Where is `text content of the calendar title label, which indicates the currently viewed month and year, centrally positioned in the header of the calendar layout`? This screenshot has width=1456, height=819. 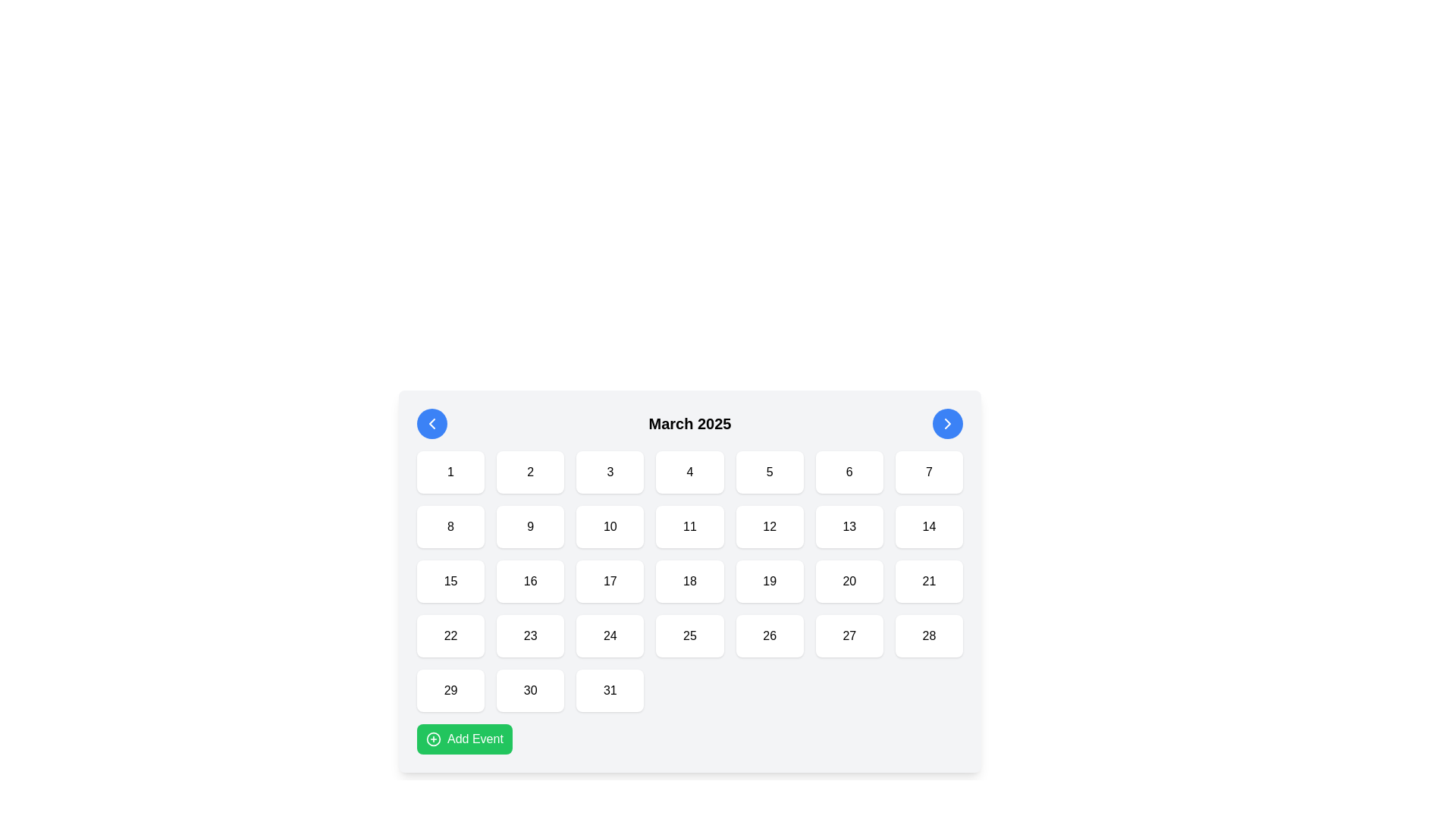
text content of the calendar title label, which indicates the currently viewed month and year, centrally positioned in the header of the calendar layout is located at coordinates (689, 424).